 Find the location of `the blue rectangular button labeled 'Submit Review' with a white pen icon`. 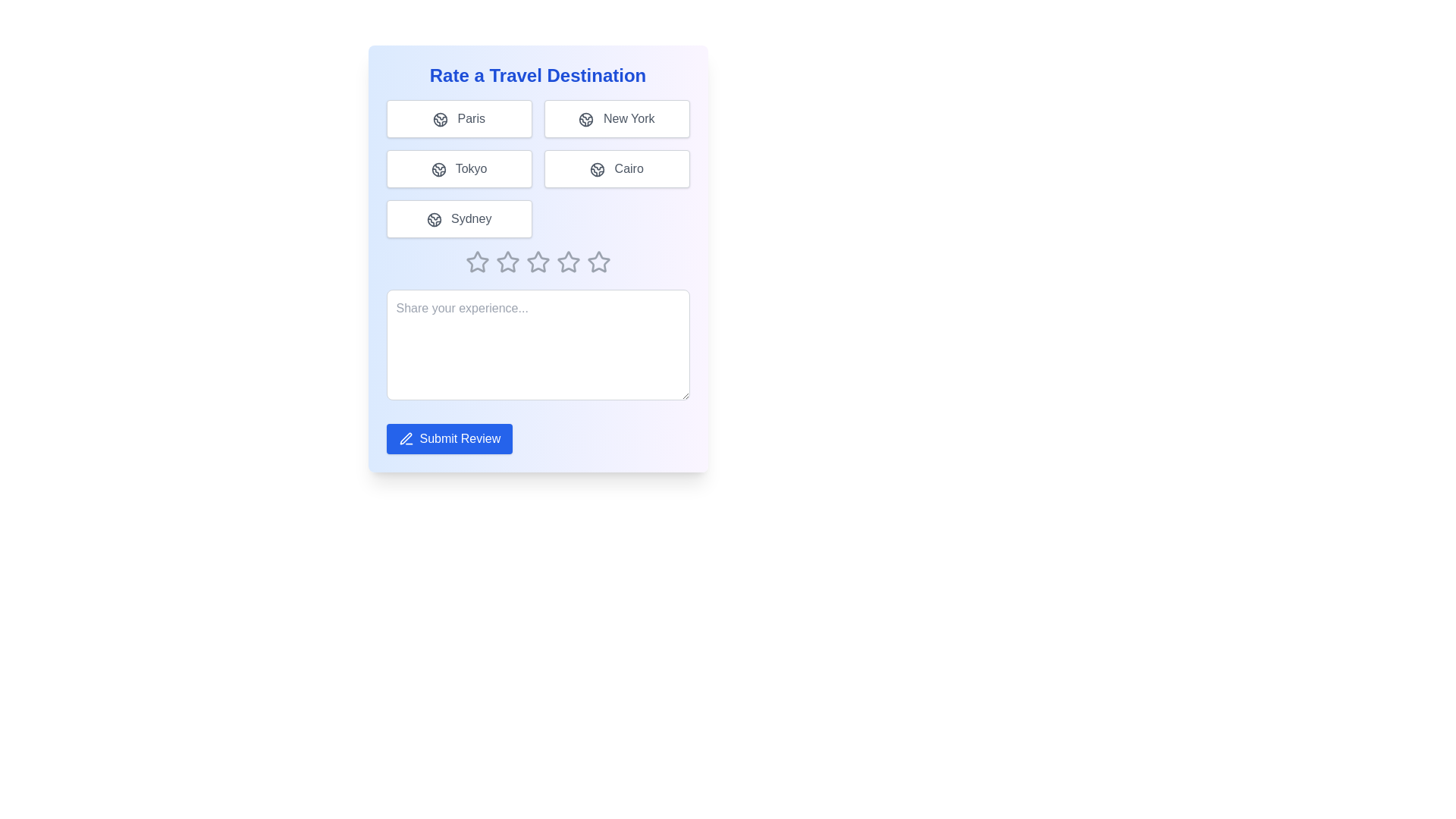

the blue rectangular button labeled 'Submit Review' with a white pen icon is located at coordinates (448, 438).